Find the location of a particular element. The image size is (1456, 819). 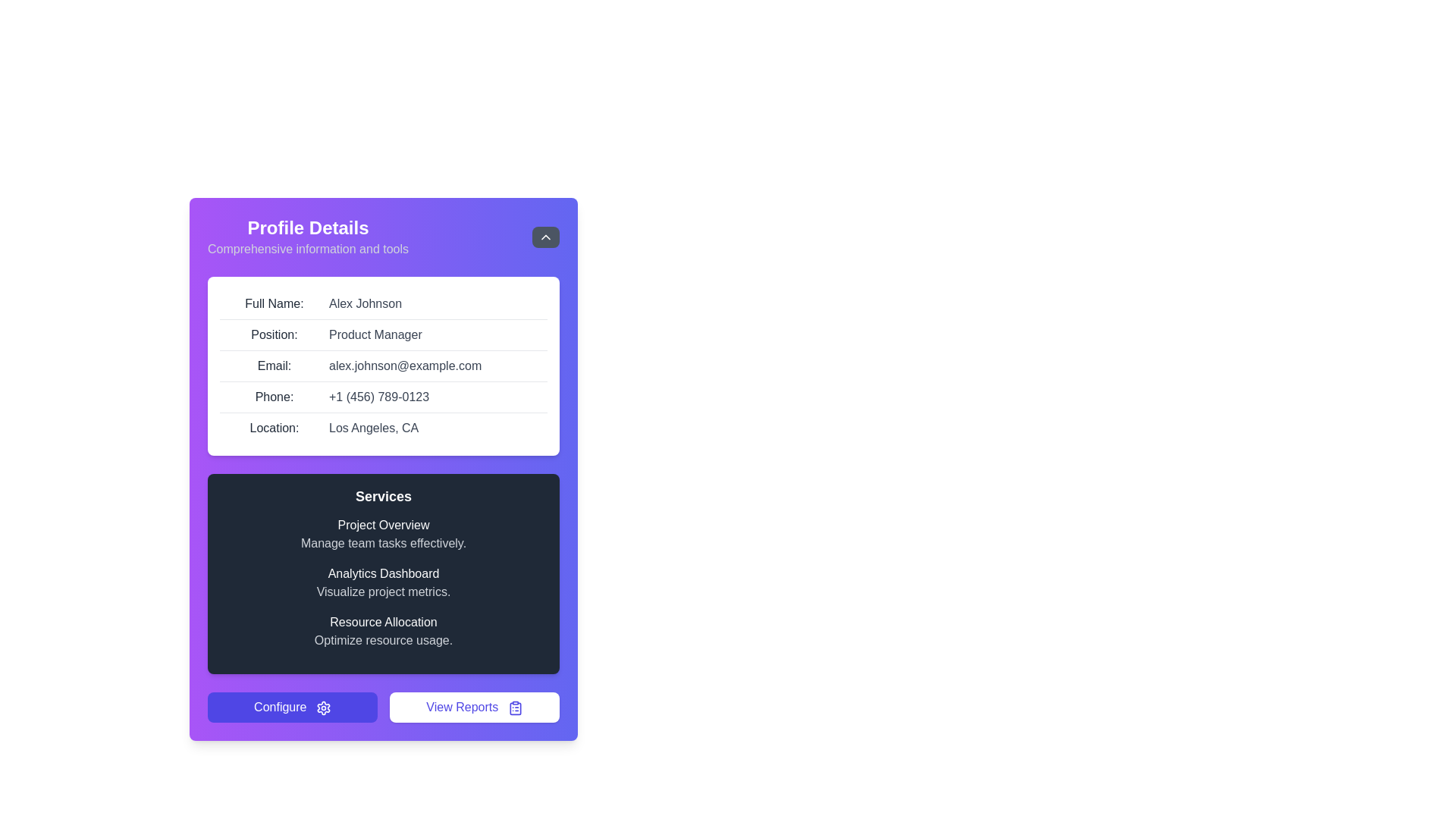

the text label that clearly indicates the title for the adjacent user name, which is positioned to the left of the text 'Alex Johnson' is located at coordinates (274, 304).